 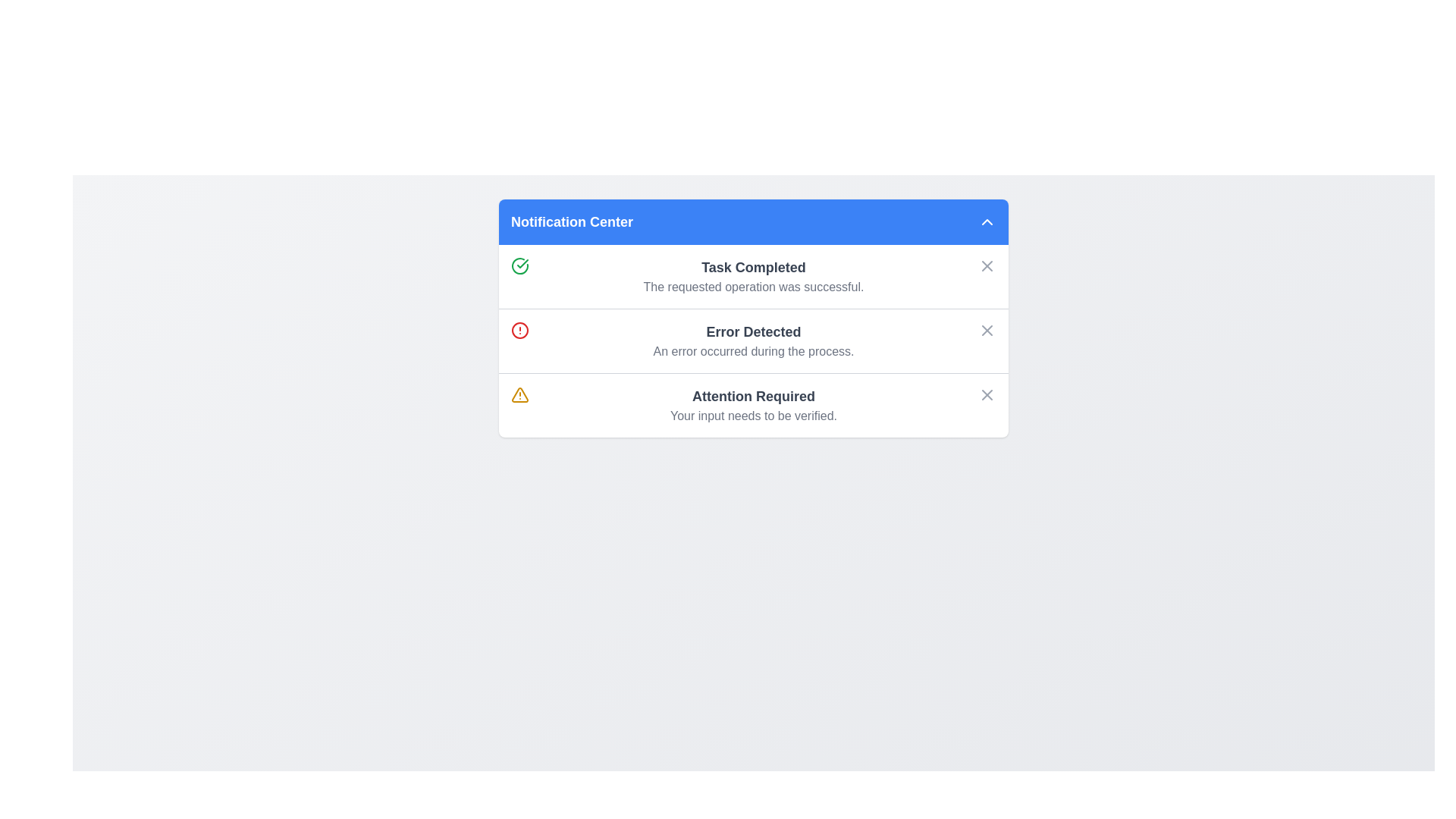 I want to click on text label 'Notification Center' which is displayed in bold, large font against a blue background at the top of the panel, so click(x=571, y=222).